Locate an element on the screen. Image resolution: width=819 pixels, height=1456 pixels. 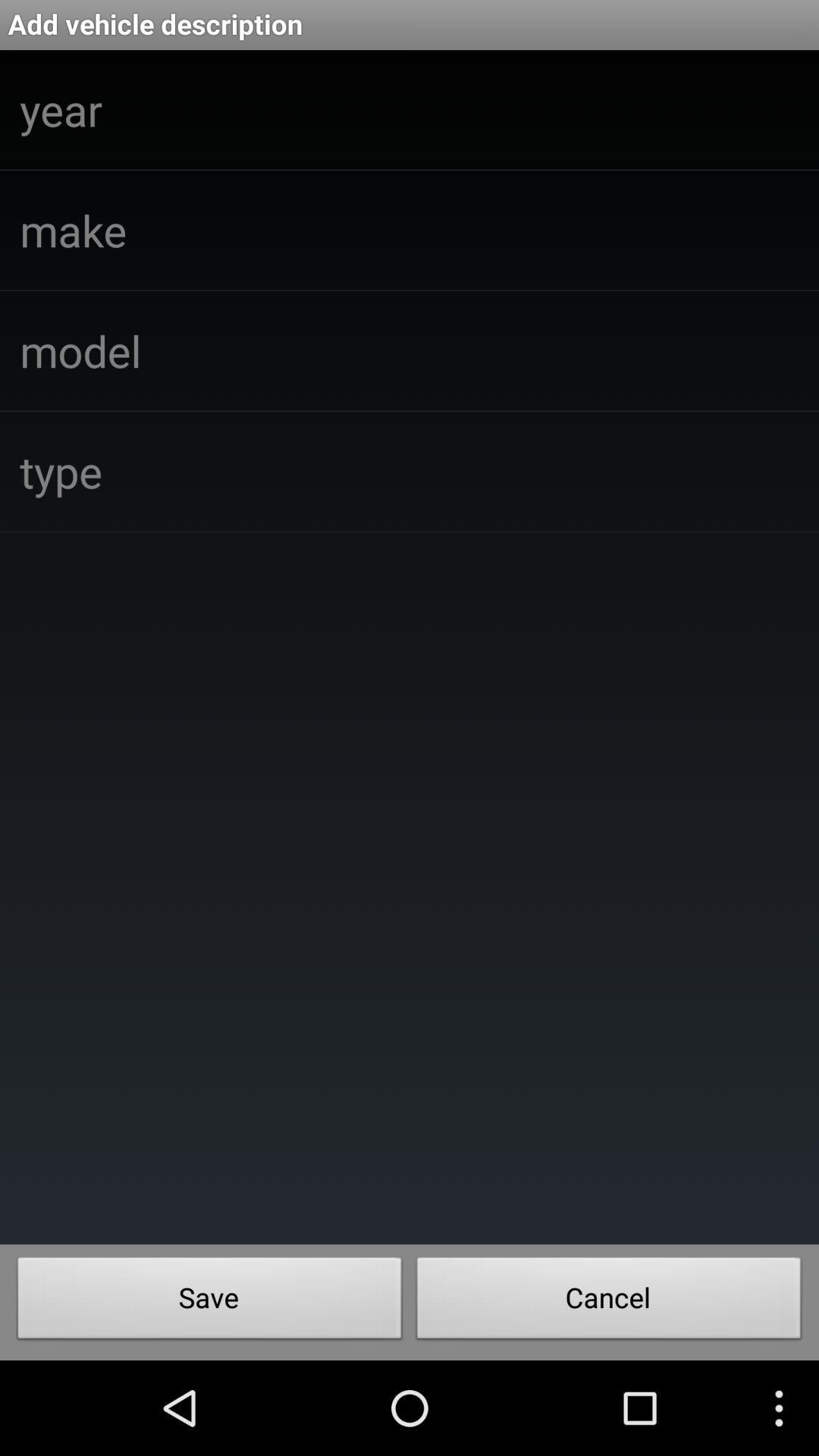
the item at the bottom right corner is located at coordinates (608, 1301).